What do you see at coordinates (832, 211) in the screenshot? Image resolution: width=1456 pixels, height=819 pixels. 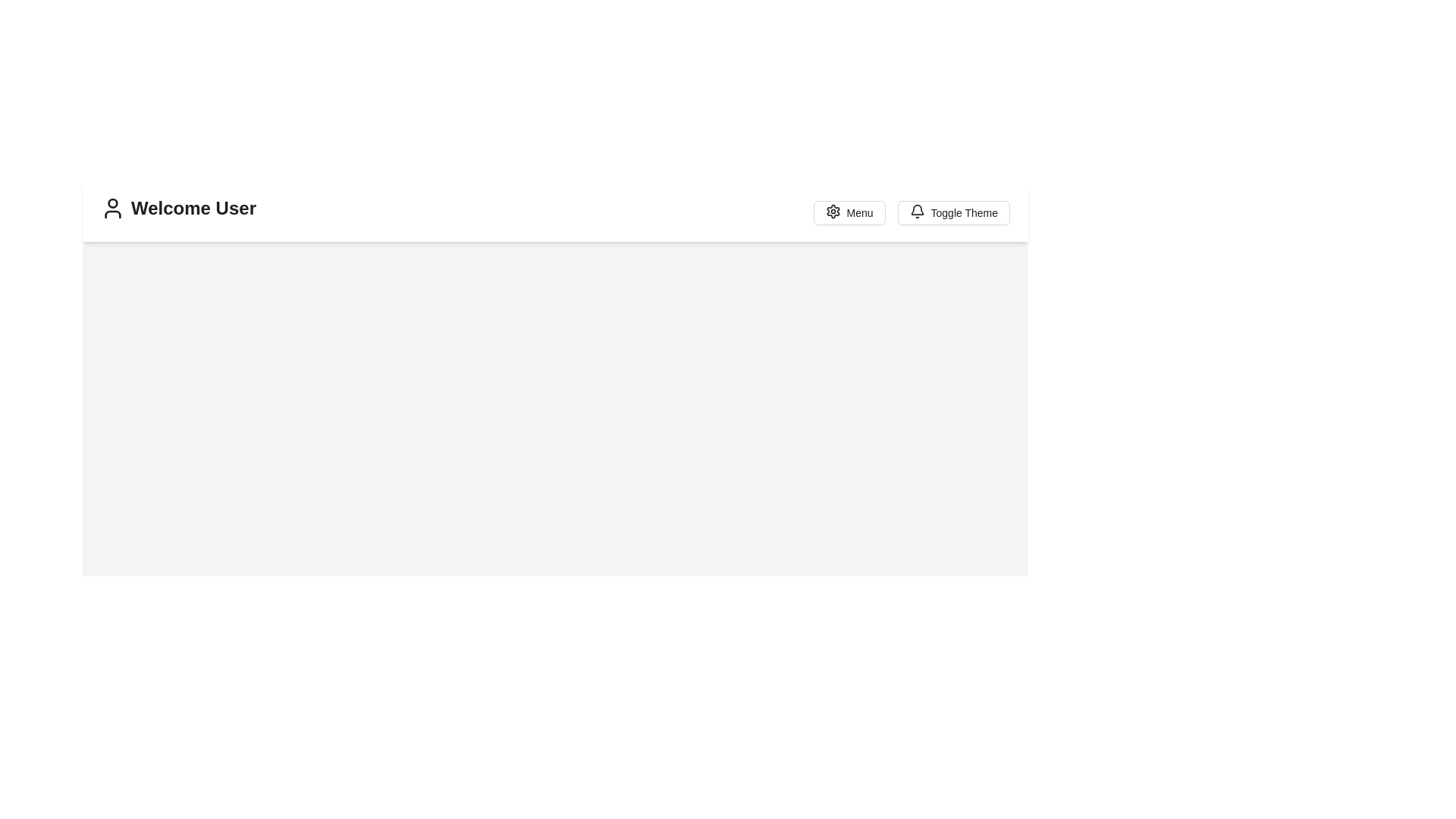 I see `the 'Settings' icon located in the upper right navigation bar, adjacent to the 'Menu' button and slightly to the left of the 'Toggle Theme' icon` at bounding box center [832, 211].